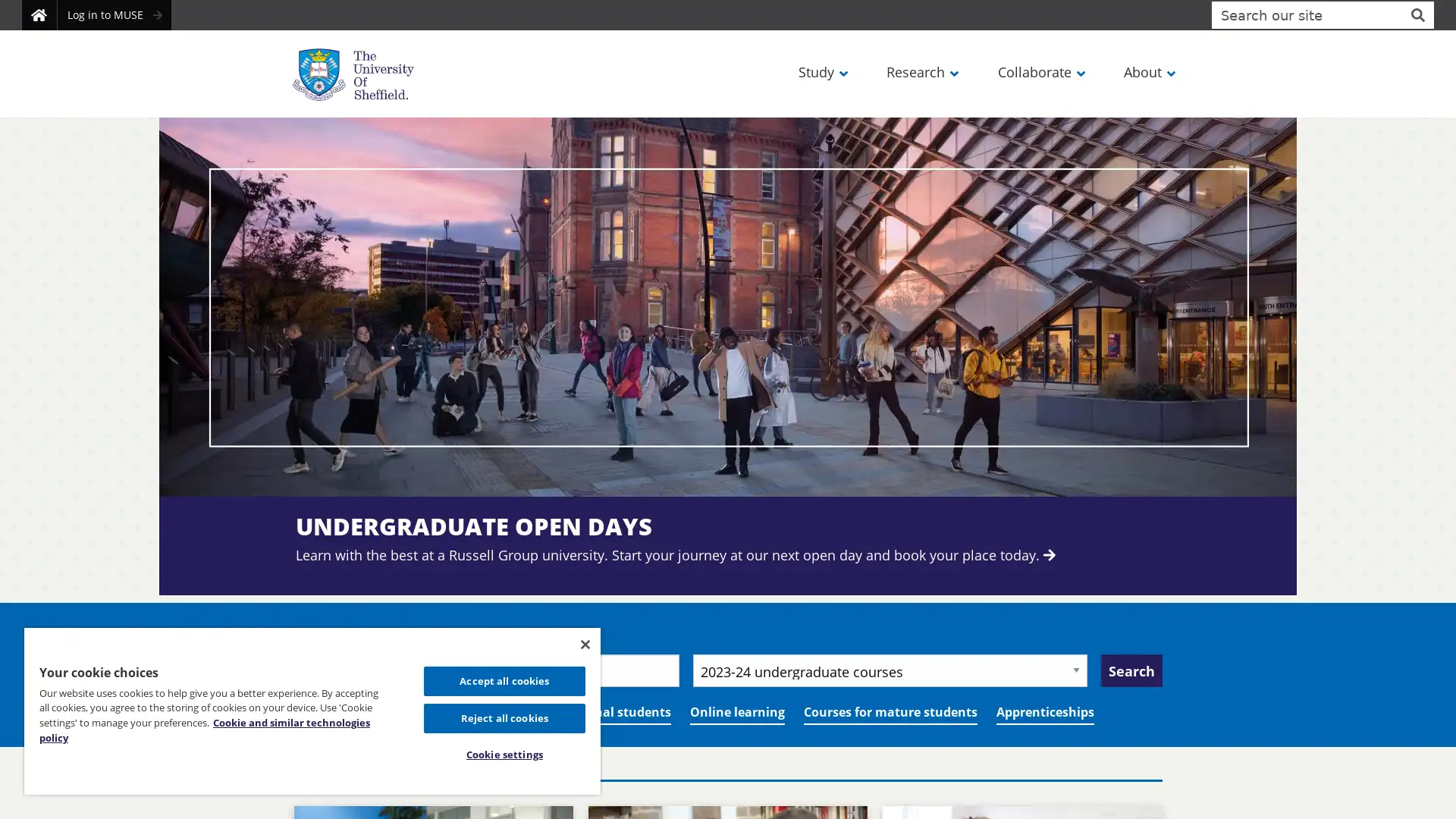 Image resolution: width=1456 pixels, height=819 pixels. I want to click on Search, so click(1131, 669).